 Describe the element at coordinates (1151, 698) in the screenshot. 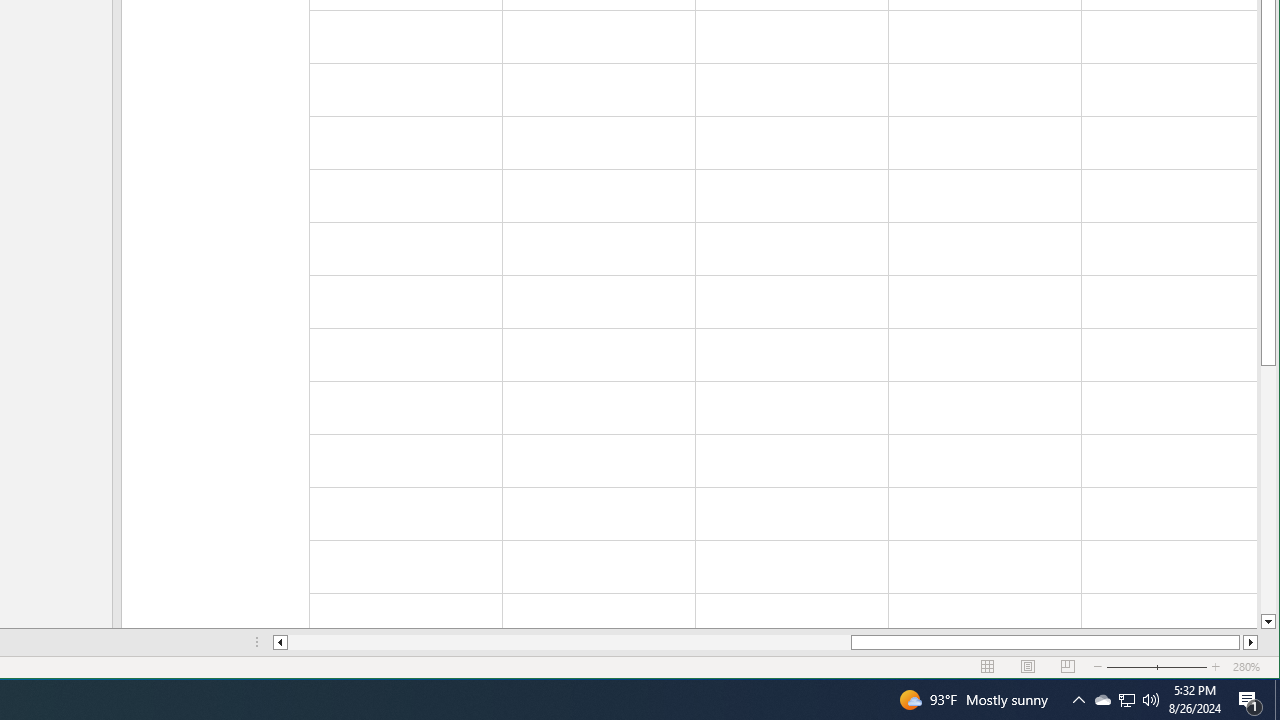

I see `'Q2790: 100%'` at that location.